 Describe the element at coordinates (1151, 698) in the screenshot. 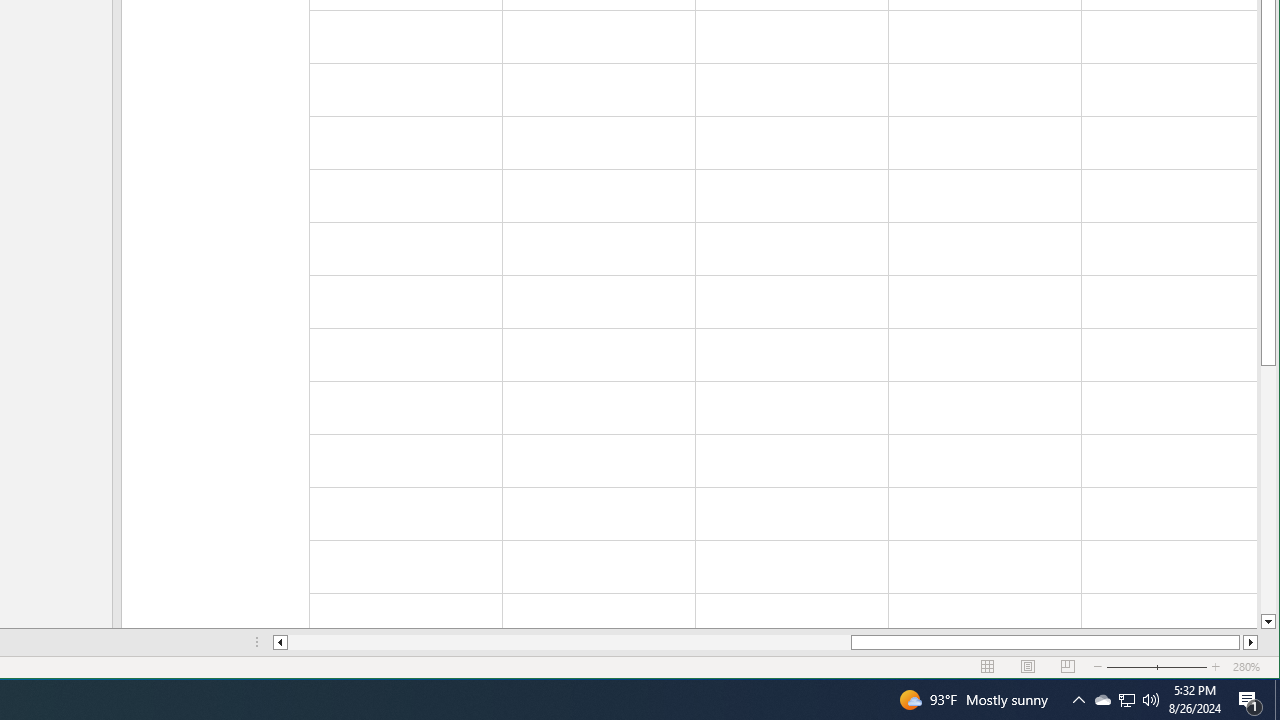

I see `'Q2790: 100%'` at that location.